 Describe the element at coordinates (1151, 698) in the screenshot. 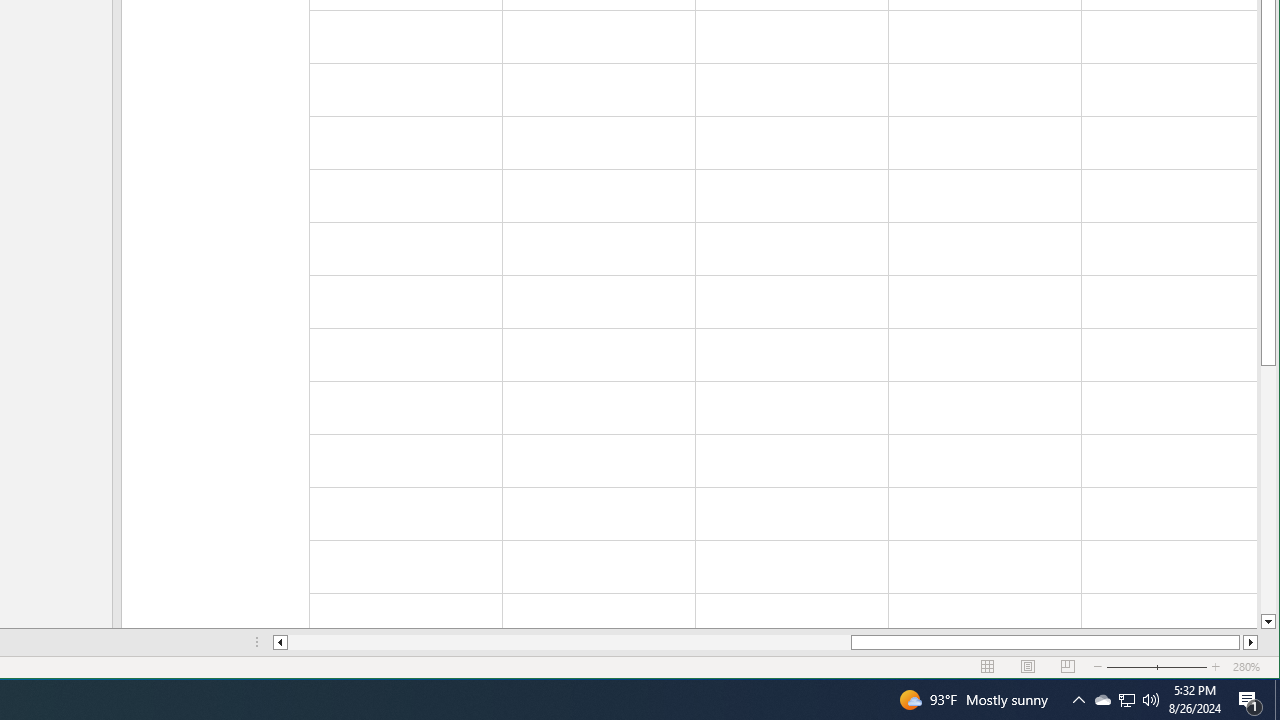

I see `'Q2790: 100%'` at that location.